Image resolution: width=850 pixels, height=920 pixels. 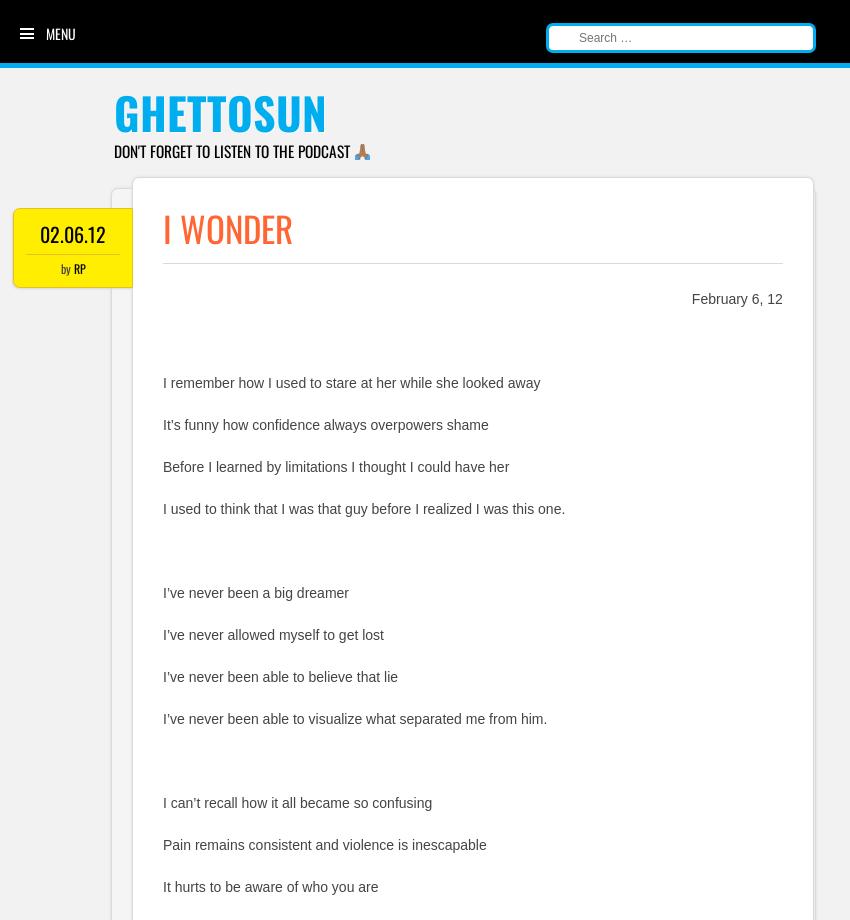 What do you see at coordinates (73, 233) in the screenshot?
I see `'02.06.12'` at bounding box center [73, 233].